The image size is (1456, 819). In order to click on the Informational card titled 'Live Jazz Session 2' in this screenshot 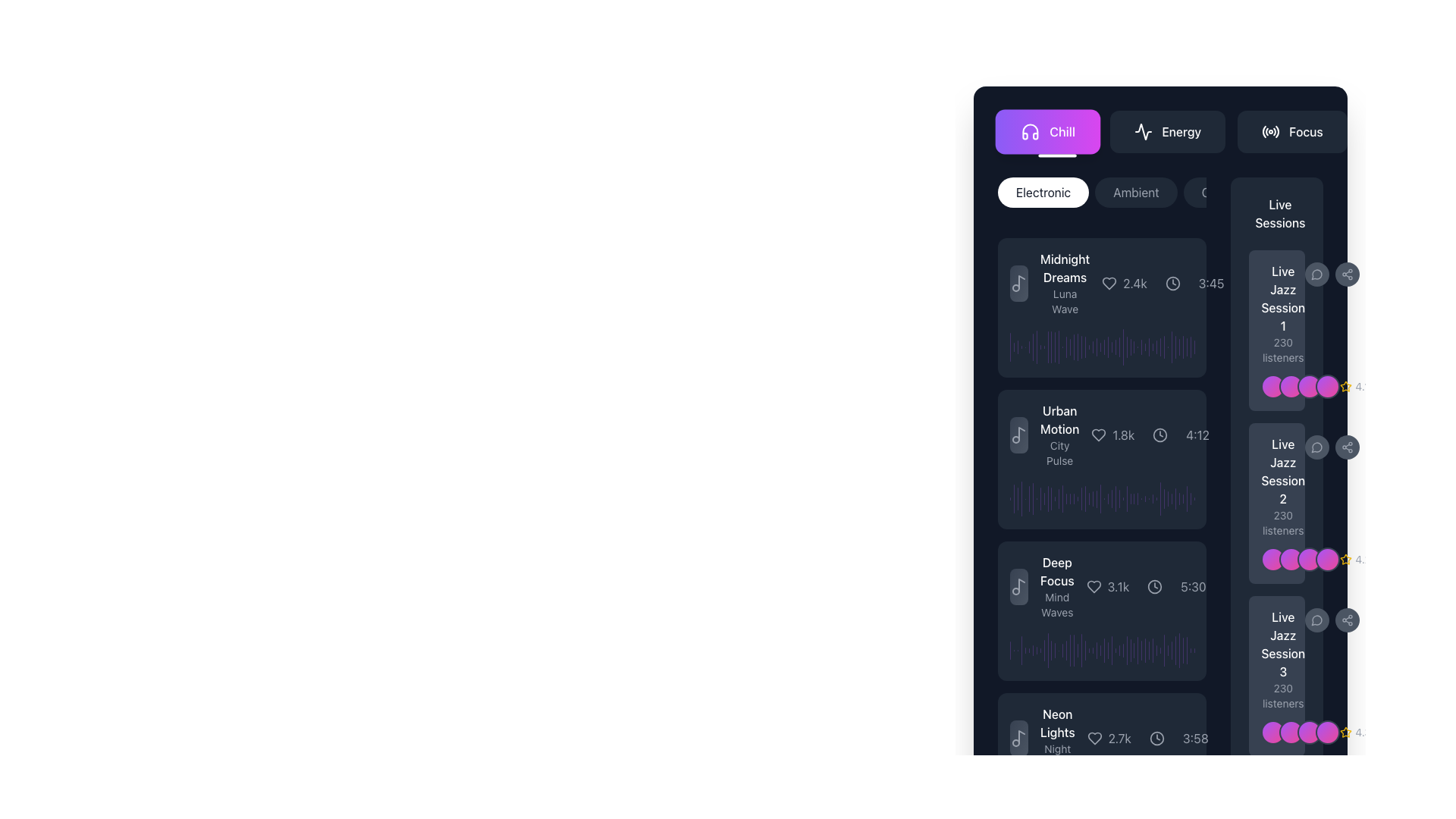, I will do `click(1276, 503)`.